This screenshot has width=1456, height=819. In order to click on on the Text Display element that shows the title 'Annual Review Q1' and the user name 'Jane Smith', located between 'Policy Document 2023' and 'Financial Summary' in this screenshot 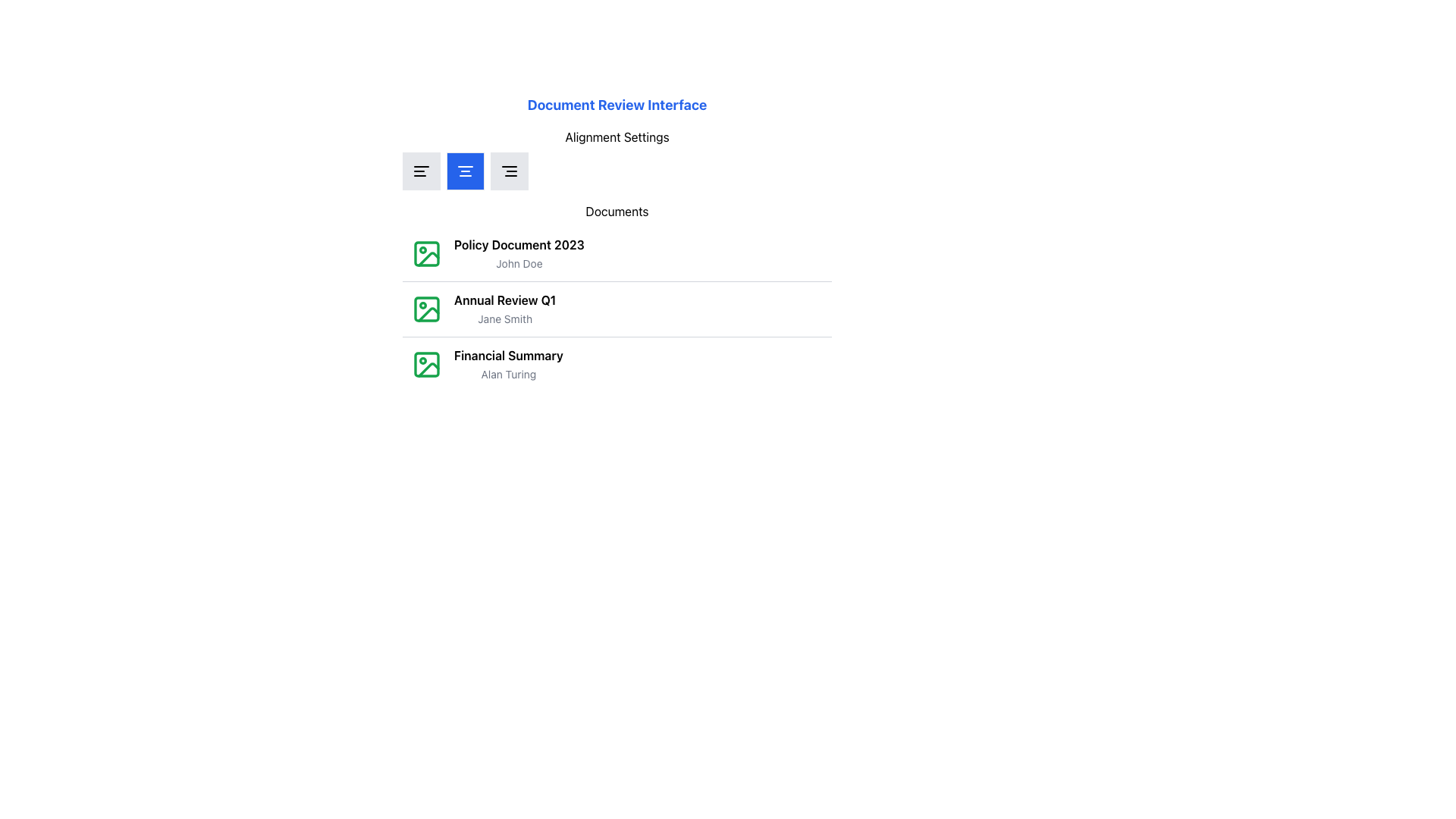, I will do `click(505, 309)`.